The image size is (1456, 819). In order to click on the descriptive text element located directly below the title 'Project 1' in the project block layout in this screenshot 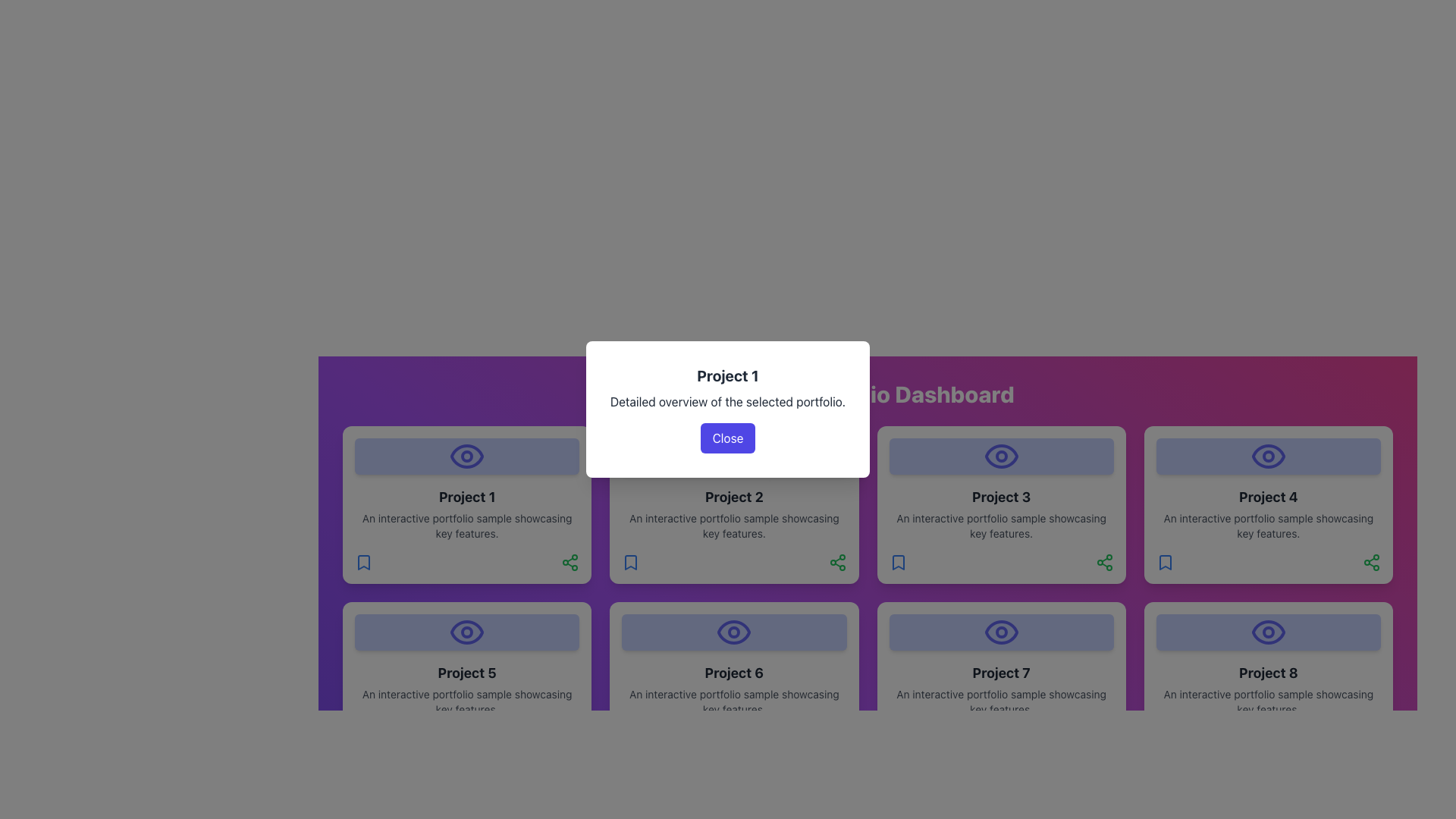, I will do `click(466, 526)`.